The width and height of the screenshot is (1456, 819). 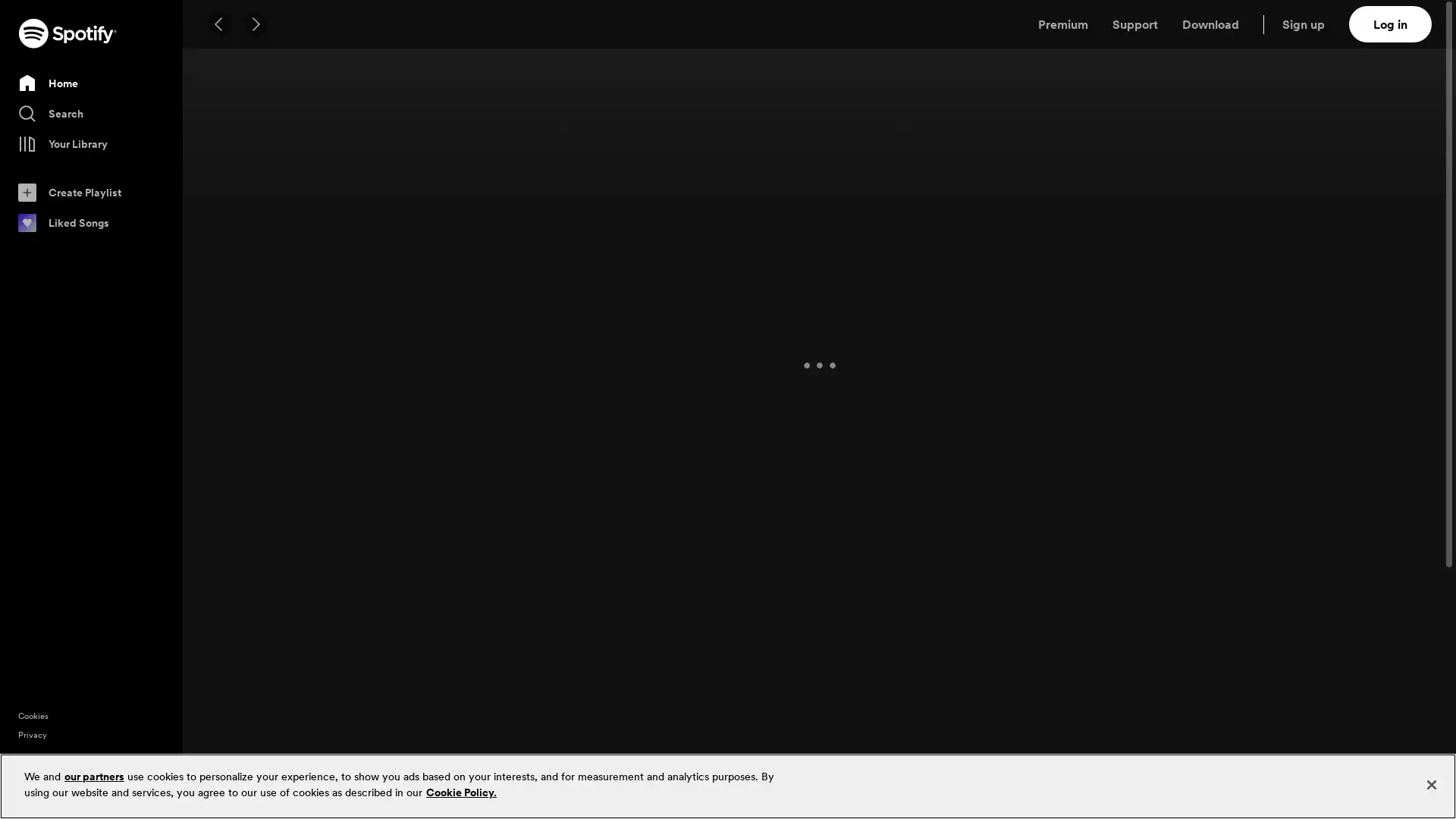 I want to click on Play Jazz Vibes, so click(x=927, y=485).